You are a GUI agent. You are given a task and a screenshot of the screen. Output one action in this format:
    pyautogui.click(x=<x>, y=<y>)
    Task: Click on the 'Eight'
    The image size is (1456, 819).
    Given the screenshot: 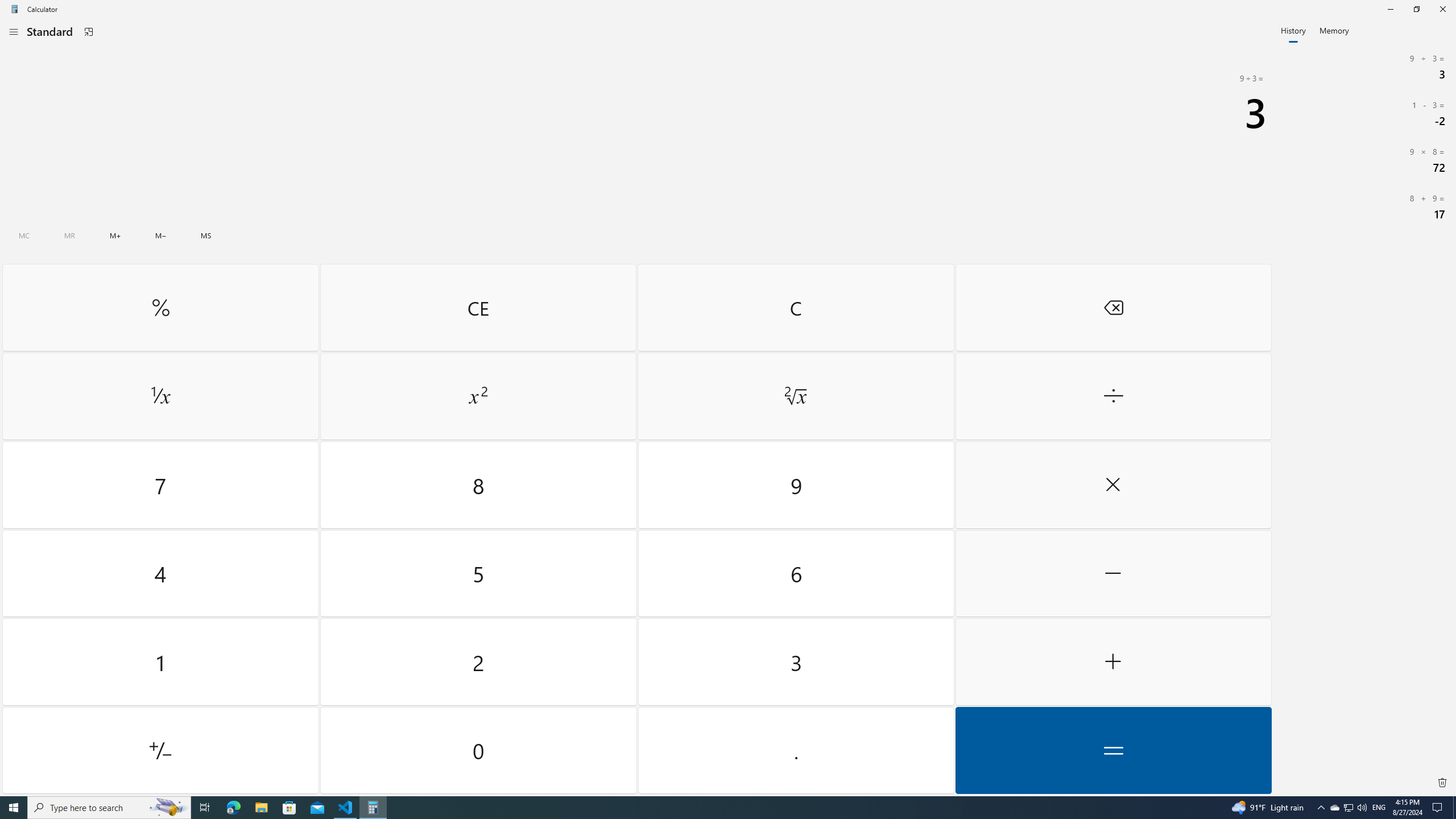 What is the action you would take?
    pyautogui.click(x=478, y=485)
    